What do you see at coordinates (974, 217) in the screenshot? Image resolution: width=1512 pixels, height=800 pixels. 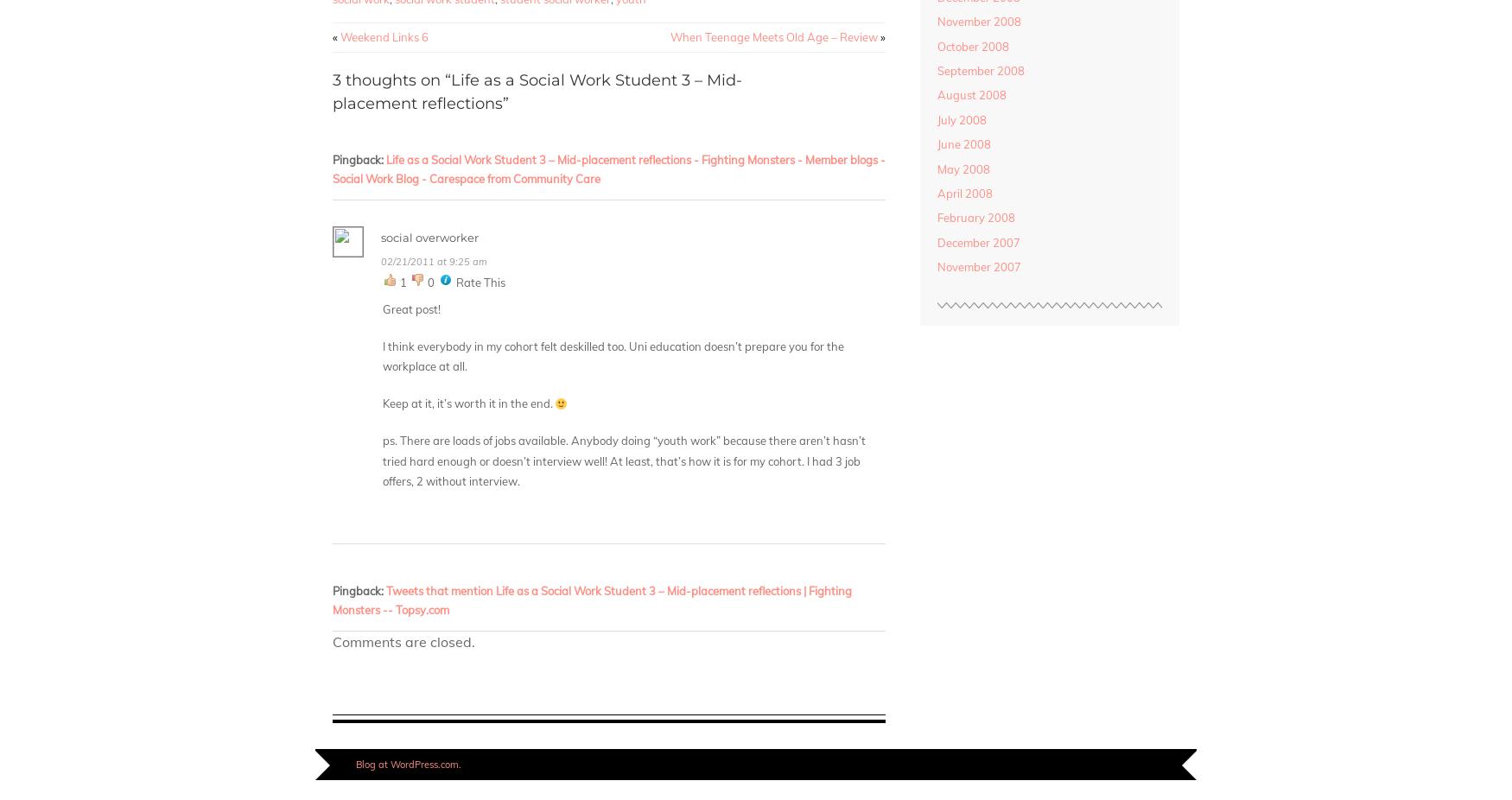 I see `'February 2008'` at bounding box center [974, 217].